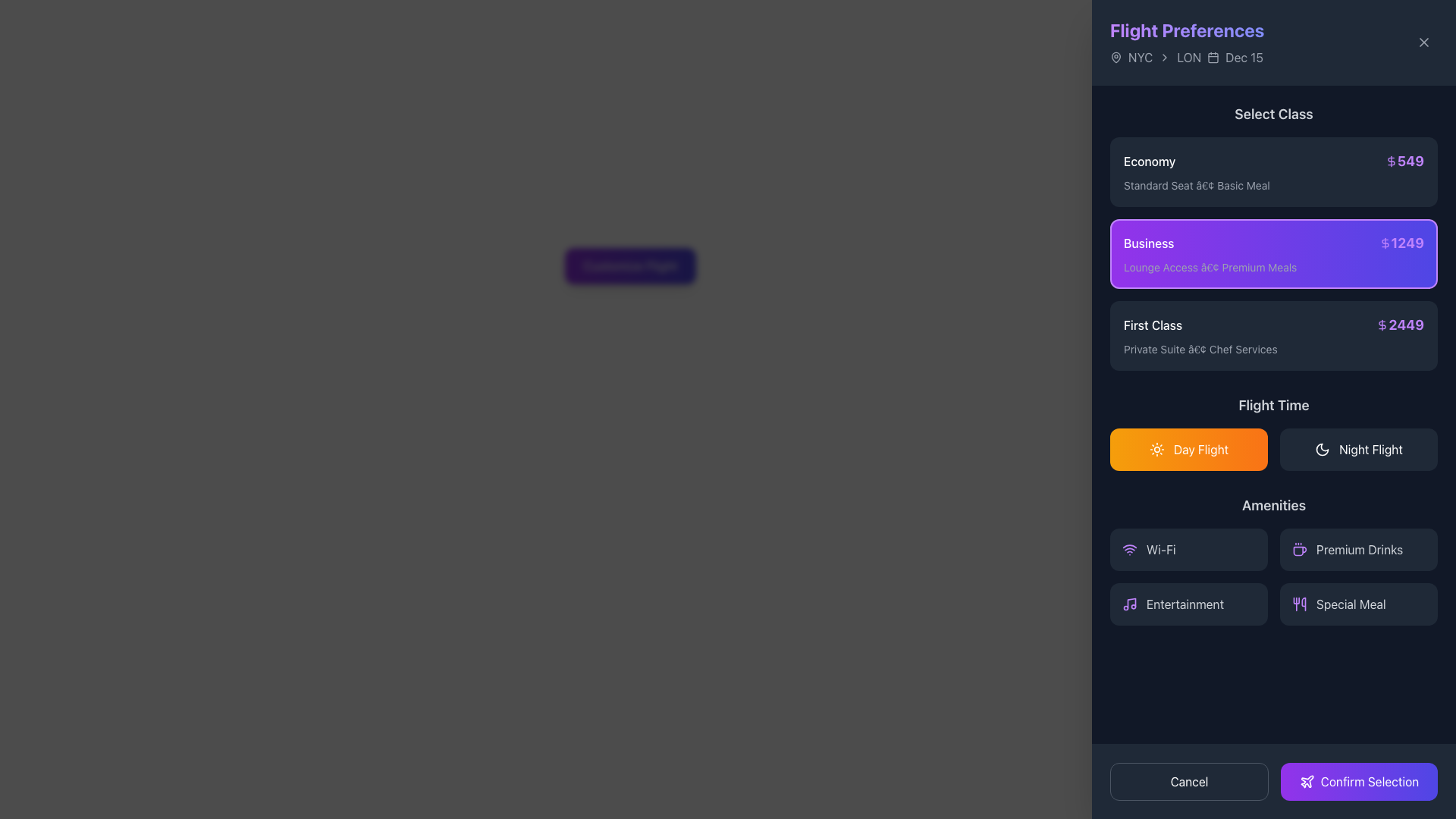 This screenshot has width=1456, height=819. What do you see at coordinates (1200, 449) in the screenshot?
I see `the 'Day Flight' button using keyboard navigation` at bounding box center [1200, 449].